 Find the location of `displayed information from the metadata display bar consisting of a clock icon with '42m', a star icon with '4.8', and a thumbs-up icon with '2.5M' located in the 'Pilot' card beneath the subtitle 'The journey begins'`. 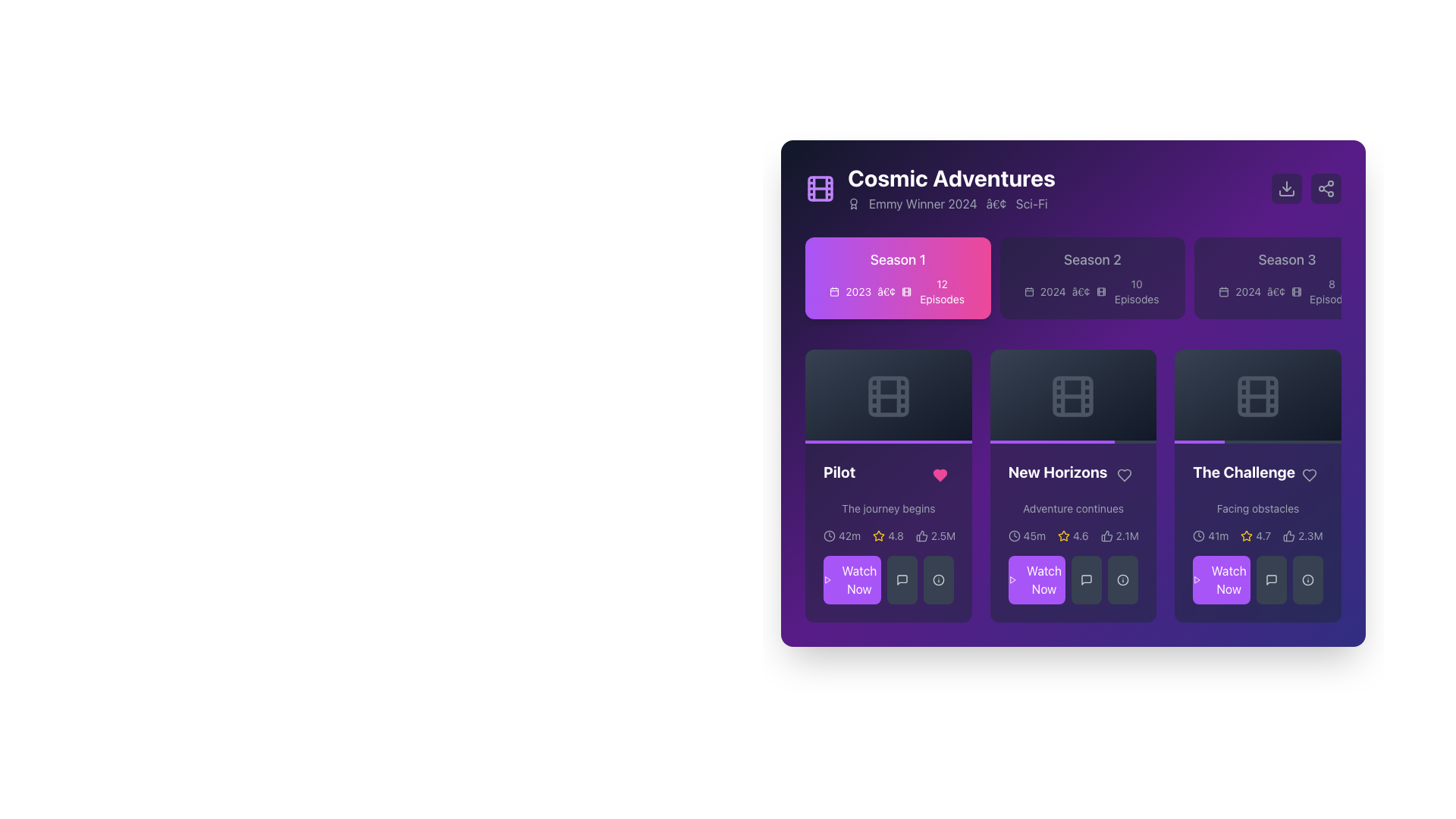

displayed information from the metadata display bar consisting of a clock icon with '42m', a star icon with '4.8', and a thumbs-up icon with '2.5M' located in the 'Pilot' card beneath the subtitle 'The journey begins' is located at coordinates (888, 535).